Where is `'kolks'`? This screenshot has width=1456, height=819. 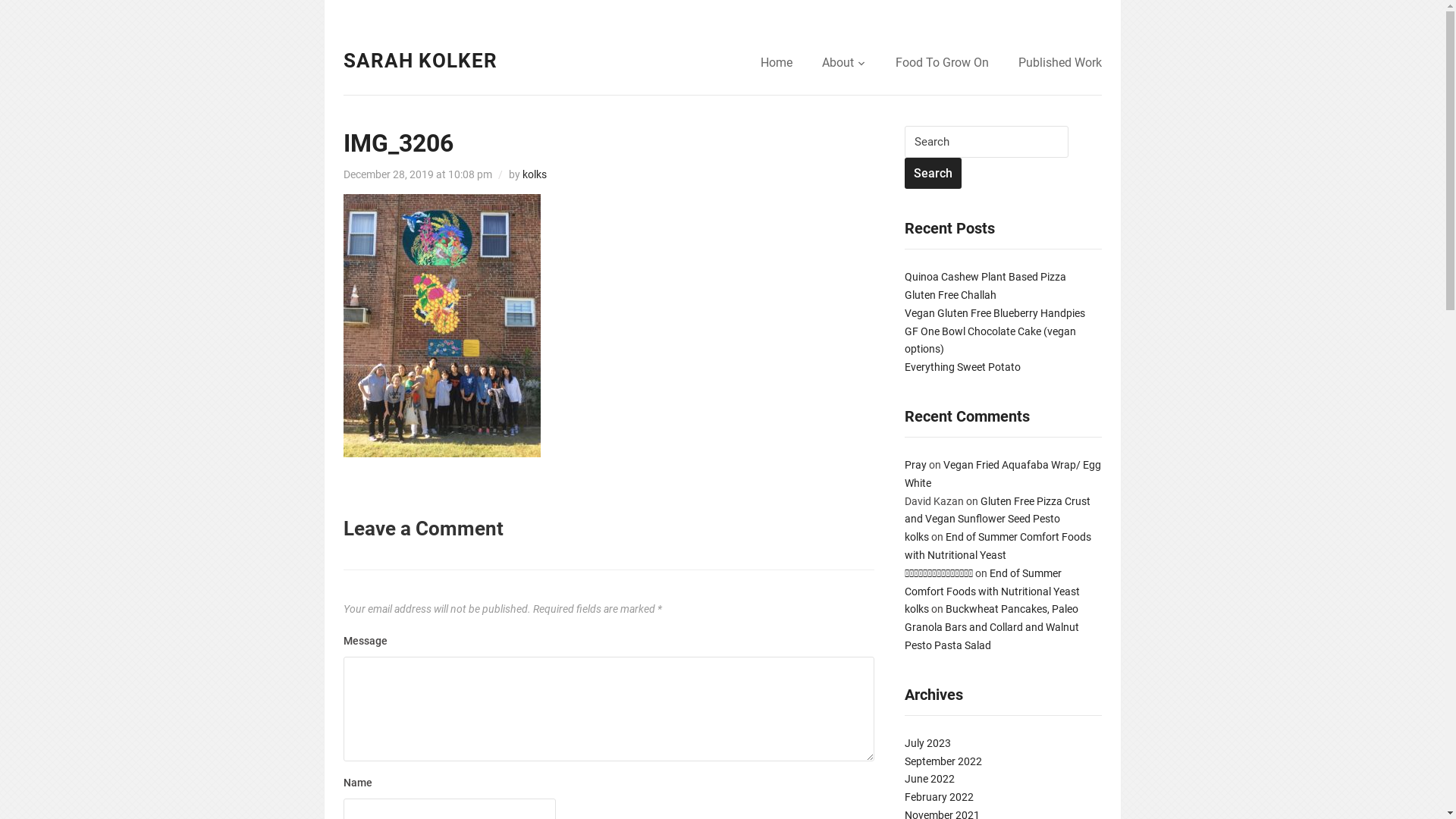
'kolks' is located at coordinates (534, 174).